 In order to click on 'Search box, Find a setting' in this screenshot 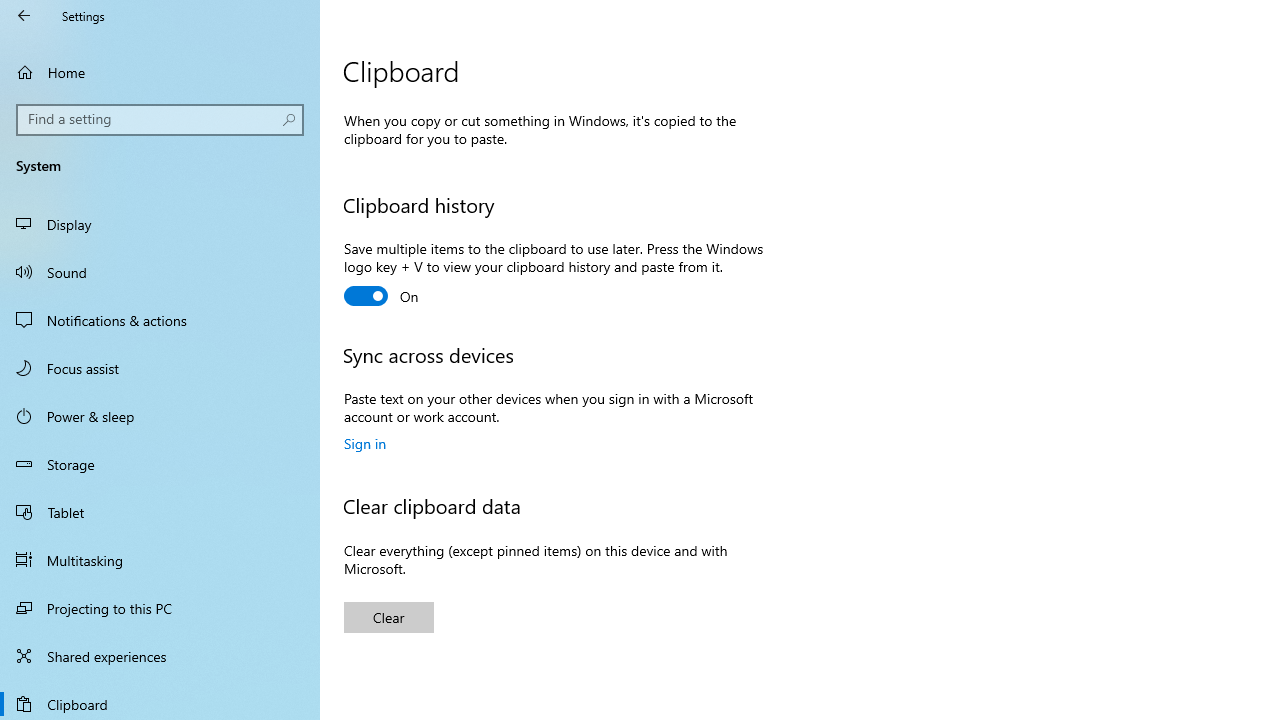, I will do `click(160, 119)`.